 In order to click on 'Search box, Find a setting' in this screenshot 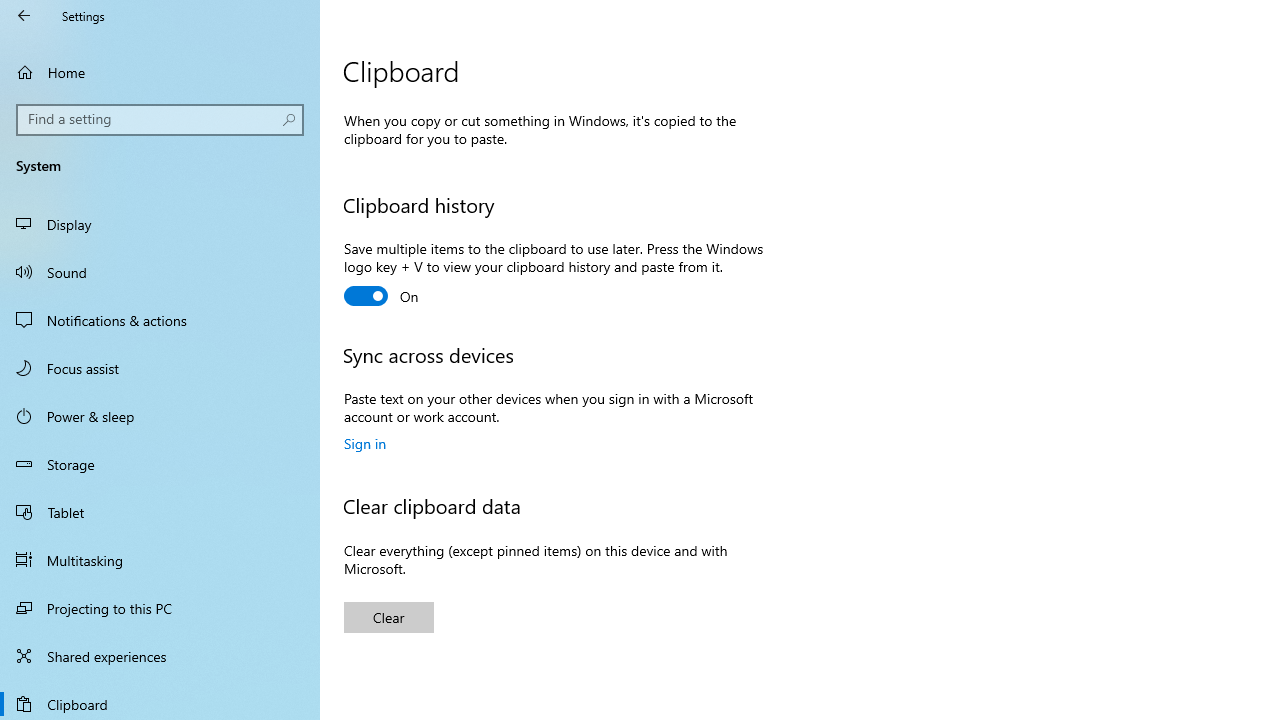, I will do `click(160, 119)`.